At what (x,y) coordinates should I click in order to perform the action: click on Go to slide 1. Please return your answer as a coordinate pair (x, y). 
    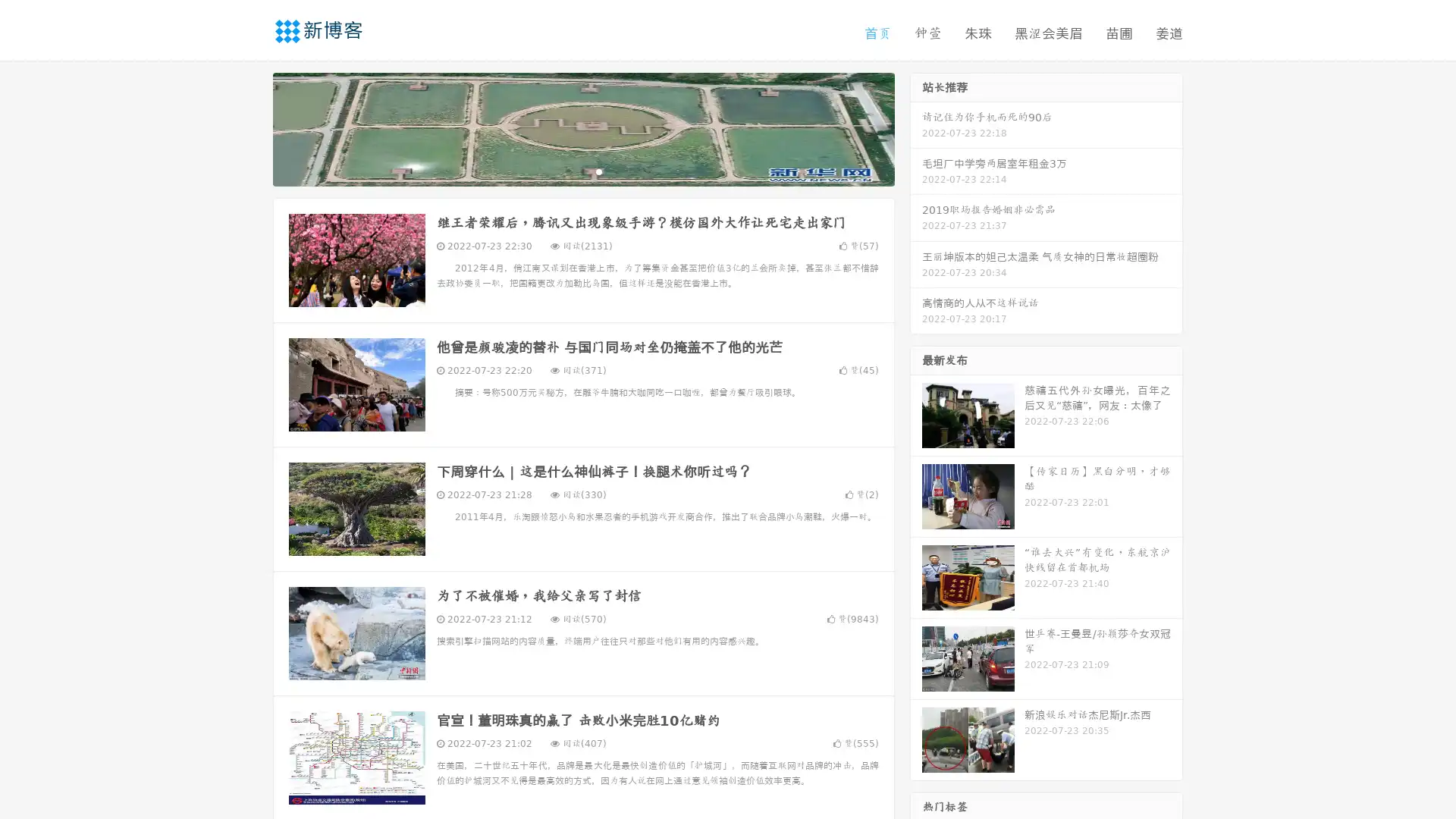
    Looking at the image, I should click on (567, 171).